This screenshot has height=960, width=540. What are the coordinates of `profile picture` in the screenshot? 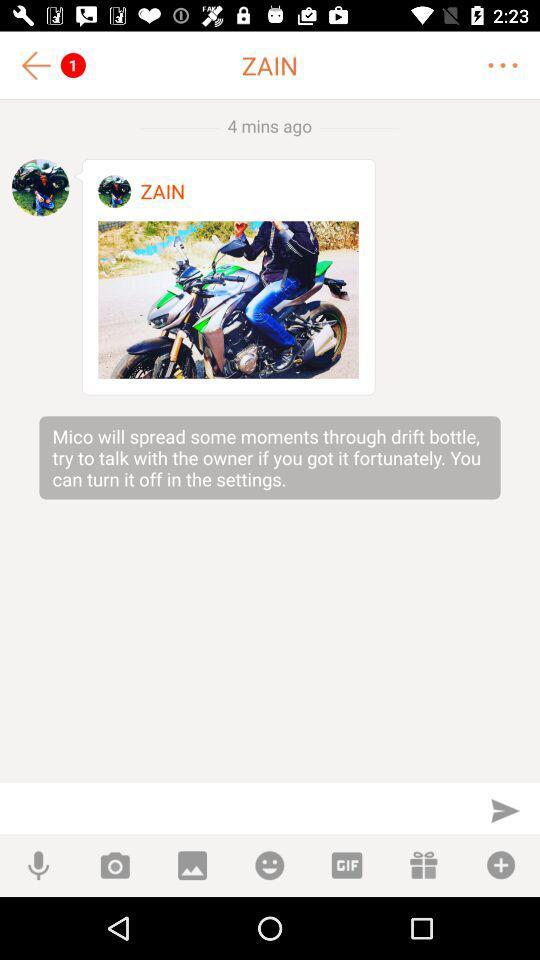 It's located at (114, 191).